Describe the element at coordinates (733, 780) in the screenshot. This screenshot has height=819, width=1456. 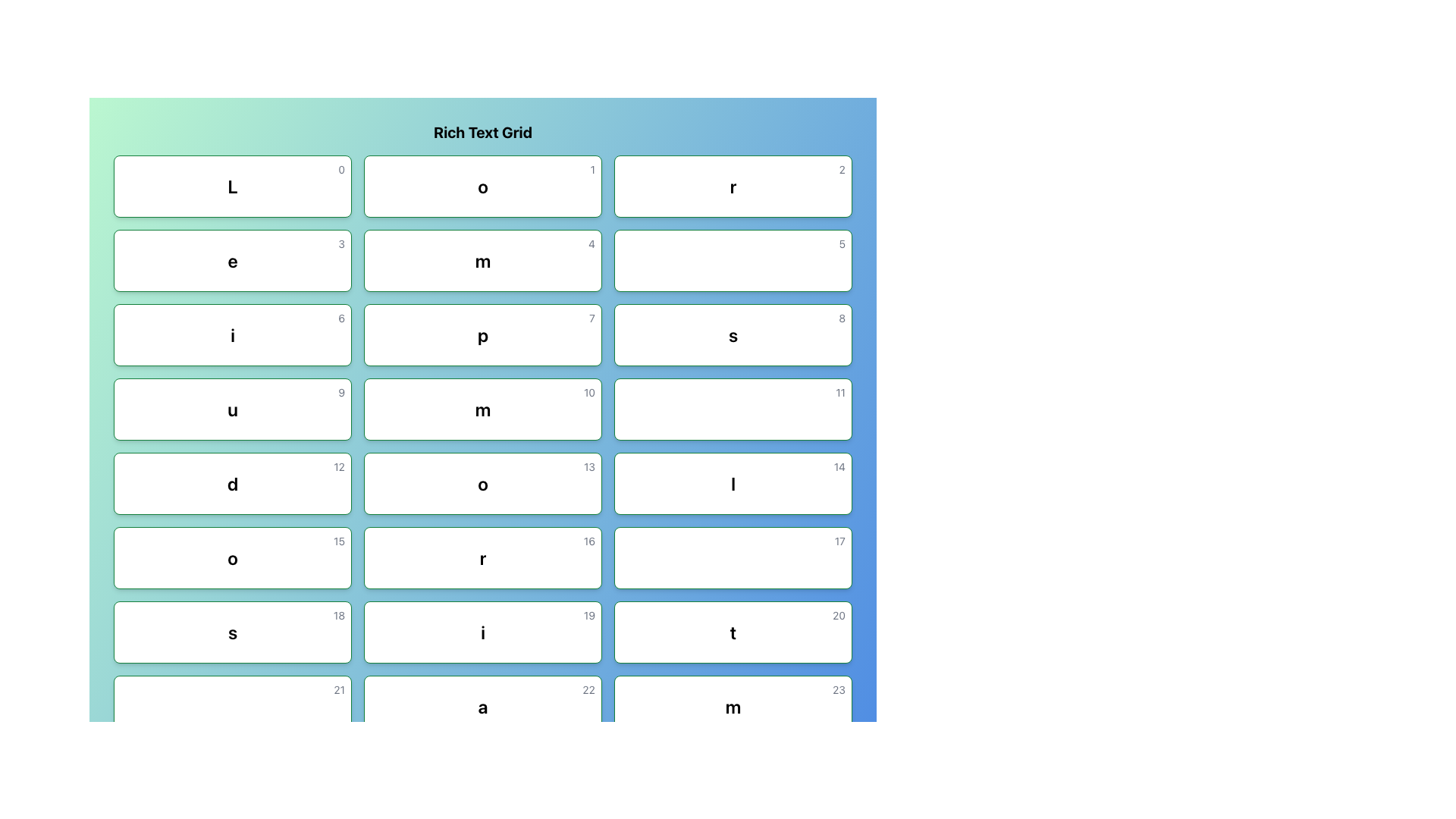
I see `the display tile with a white background and green border that contains a large comma and the number '26' in the top-right corner, located in the last row's last column of the grid` at that location.